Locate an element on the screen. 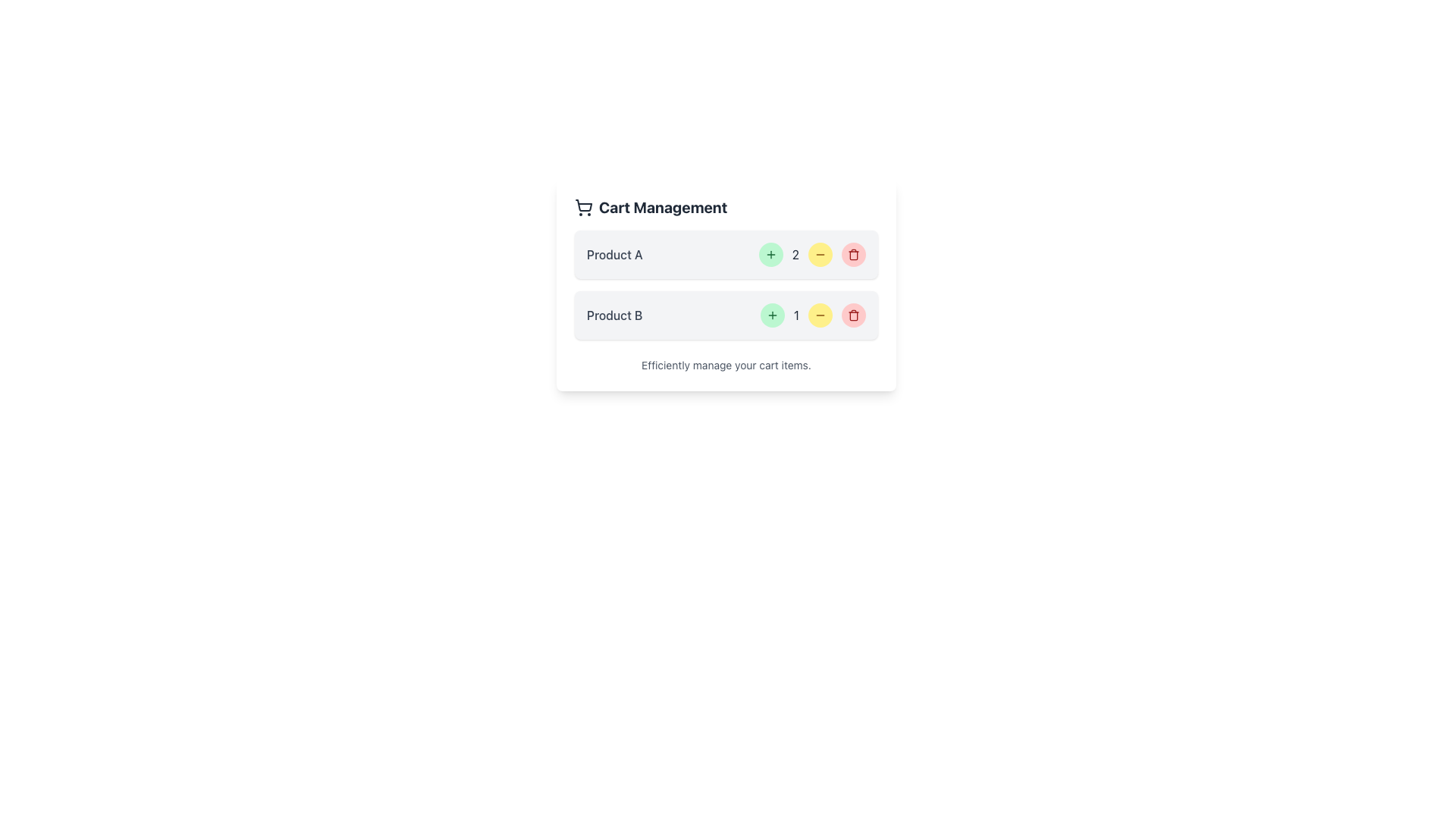 This screenshot has height=819, width=1456. the text label displaying the quantity of Product B in the cart, which is centrally positioned between the plus and minus buttons is located at coordinates (812, 315).